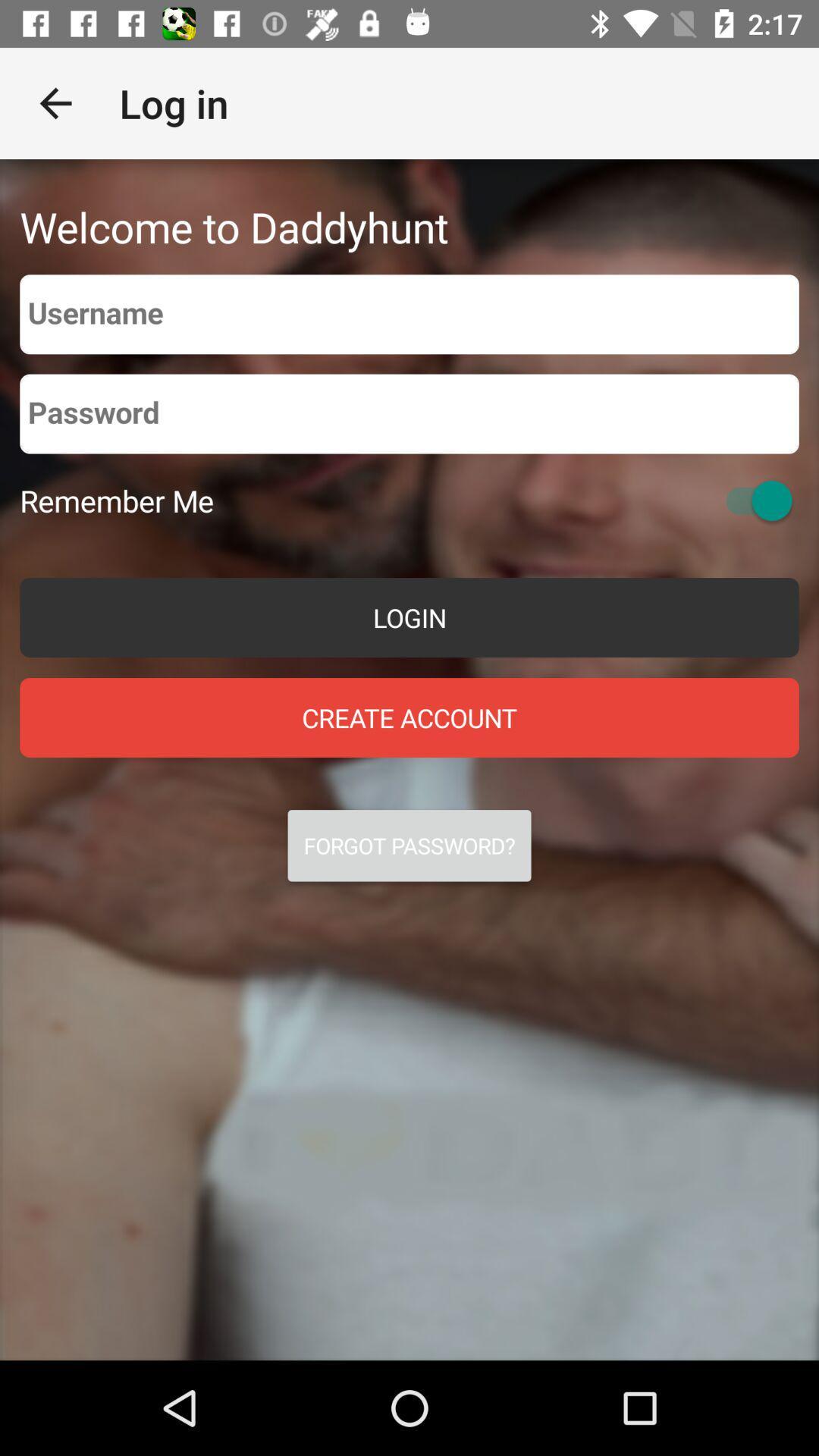 The width and height of the screenshot is (819, 1456). I want to click on forgot password? item, so click(409, 845).